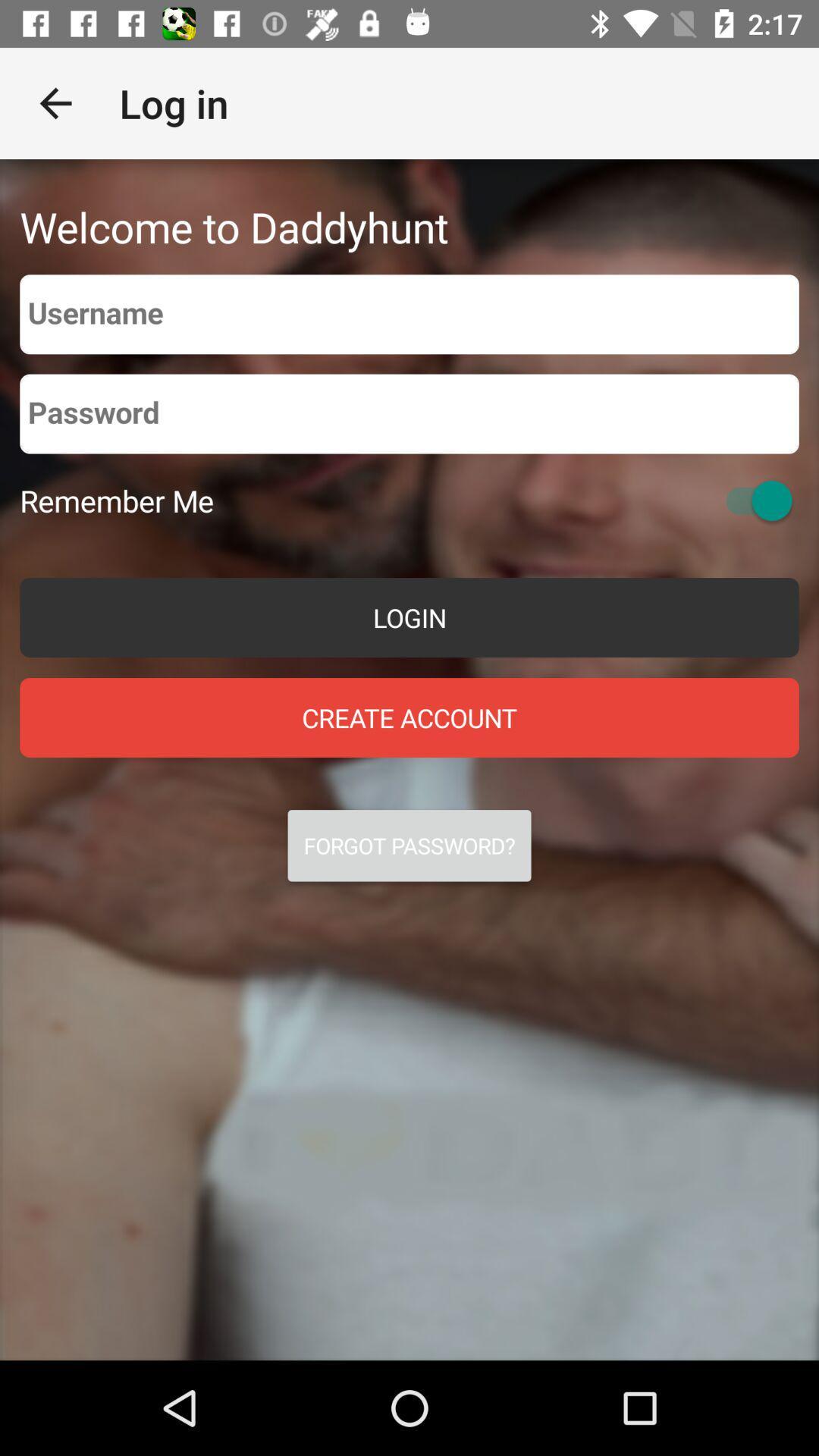 The width and height of the screenshot is (819, 1456). I want to click on forgot password? item, so click(409, 845).